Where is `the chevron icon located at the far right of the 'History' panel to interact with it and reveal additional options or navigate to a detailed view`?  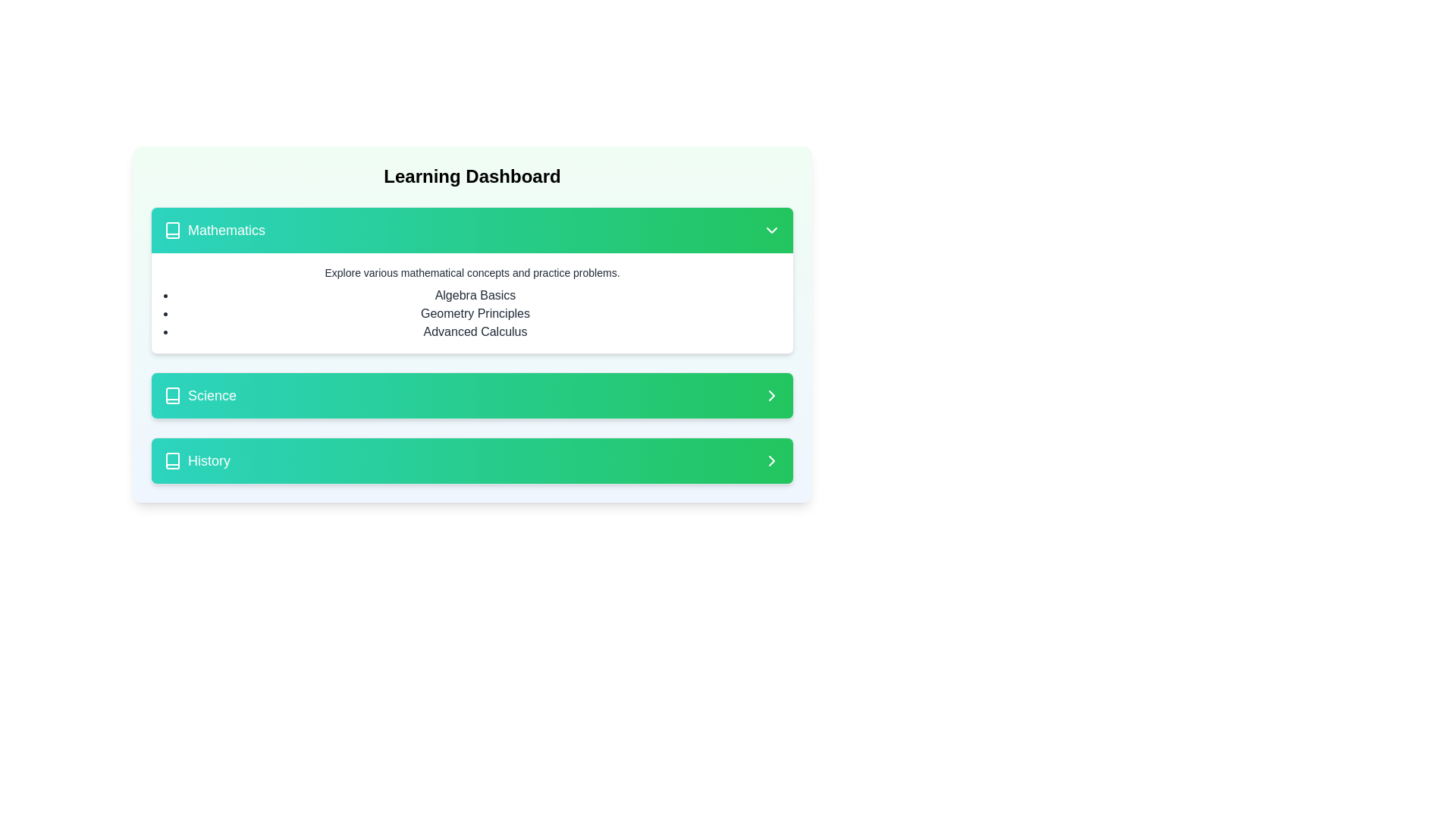
the chevron icon located at the far right of the 'History' panel to interact with it and reveal additional options or navigate to a detailed view is located at coordinates (771, 394).